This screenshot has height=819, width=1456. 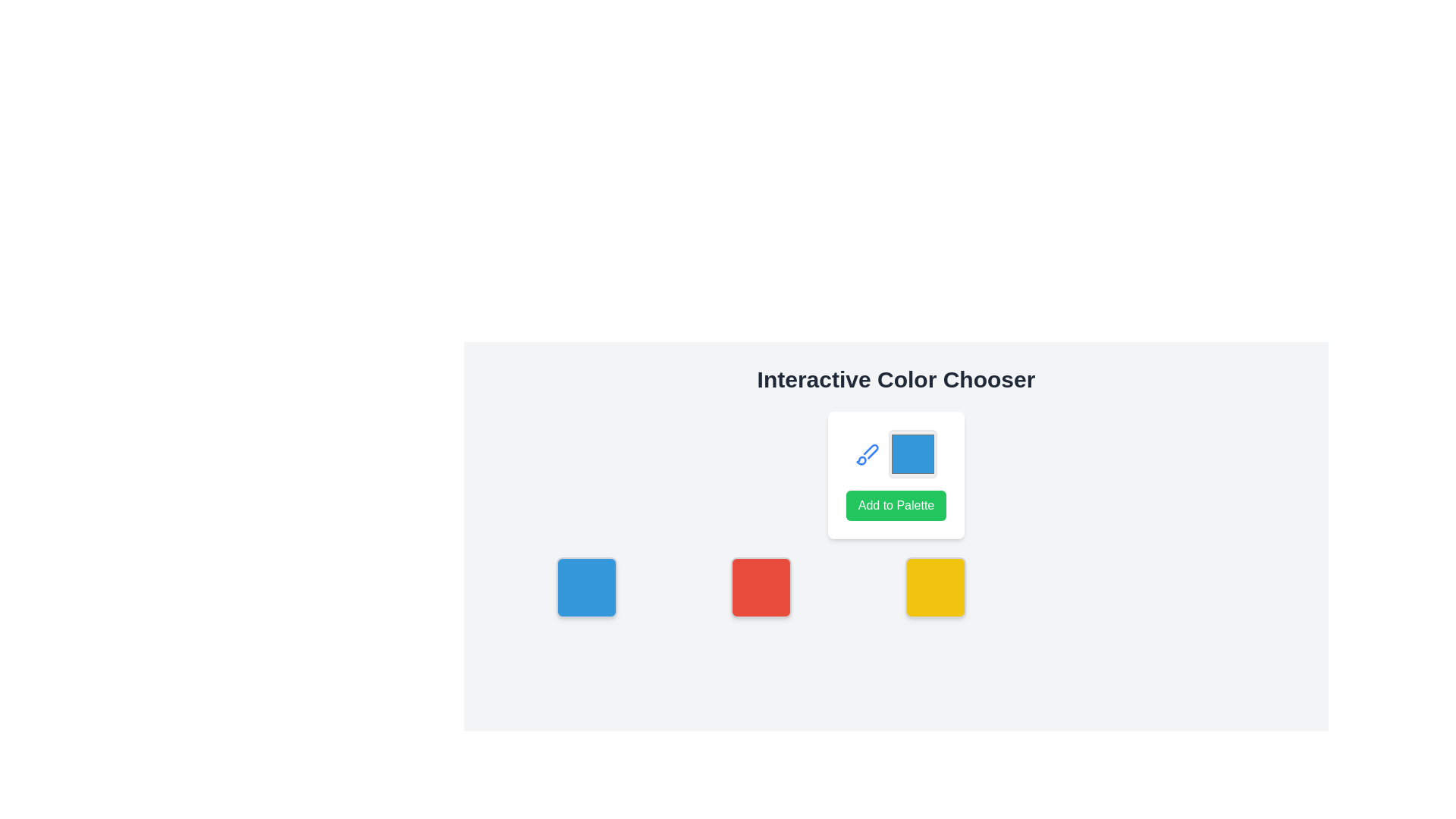 What do you see at coordinates (896, 453) in the screenshot?
I see `the interactive color input element, which is a square with a blue background and a gray border` at bounding box center [896, 453].